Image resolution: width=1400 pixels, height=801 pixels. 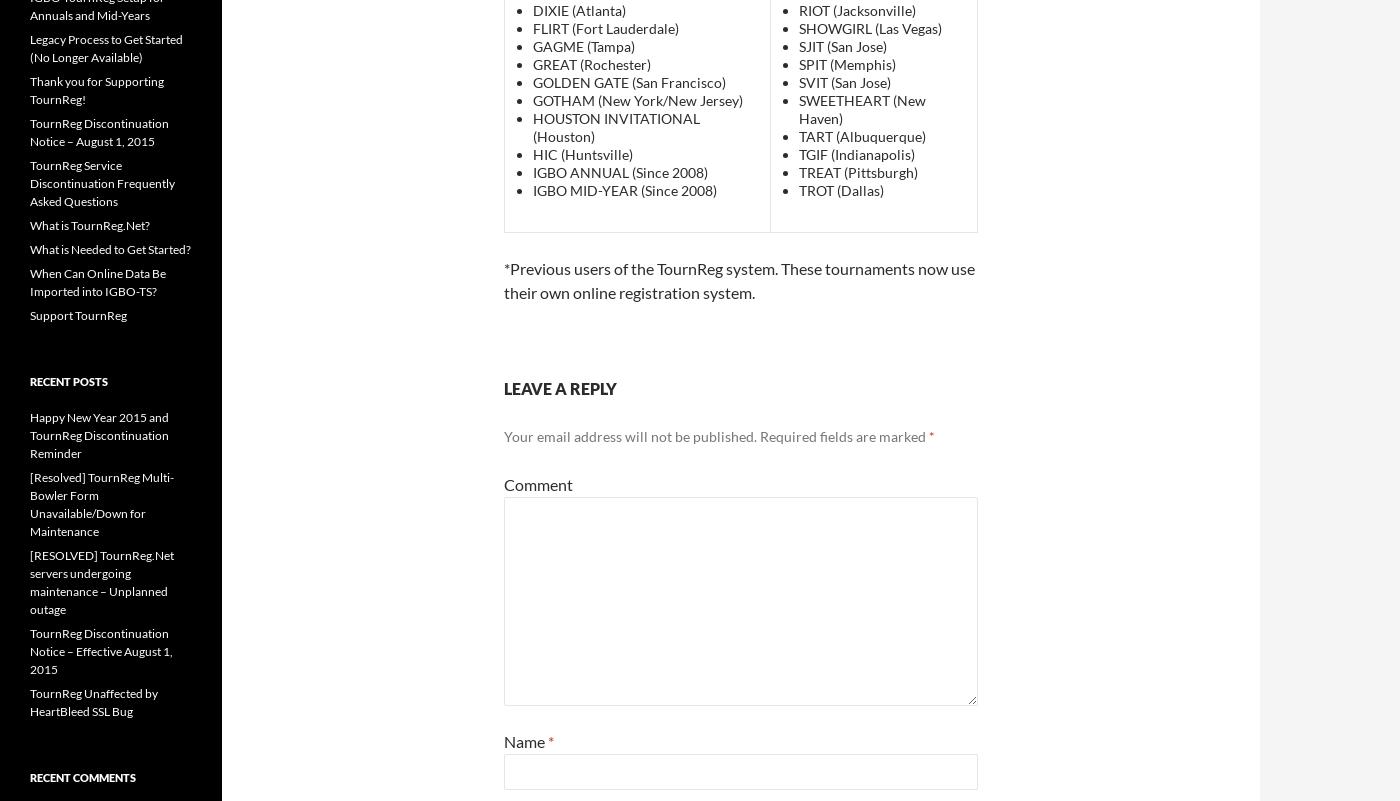 I want to click on 'GAGME (Tampa)', so click(x=583, y=45).